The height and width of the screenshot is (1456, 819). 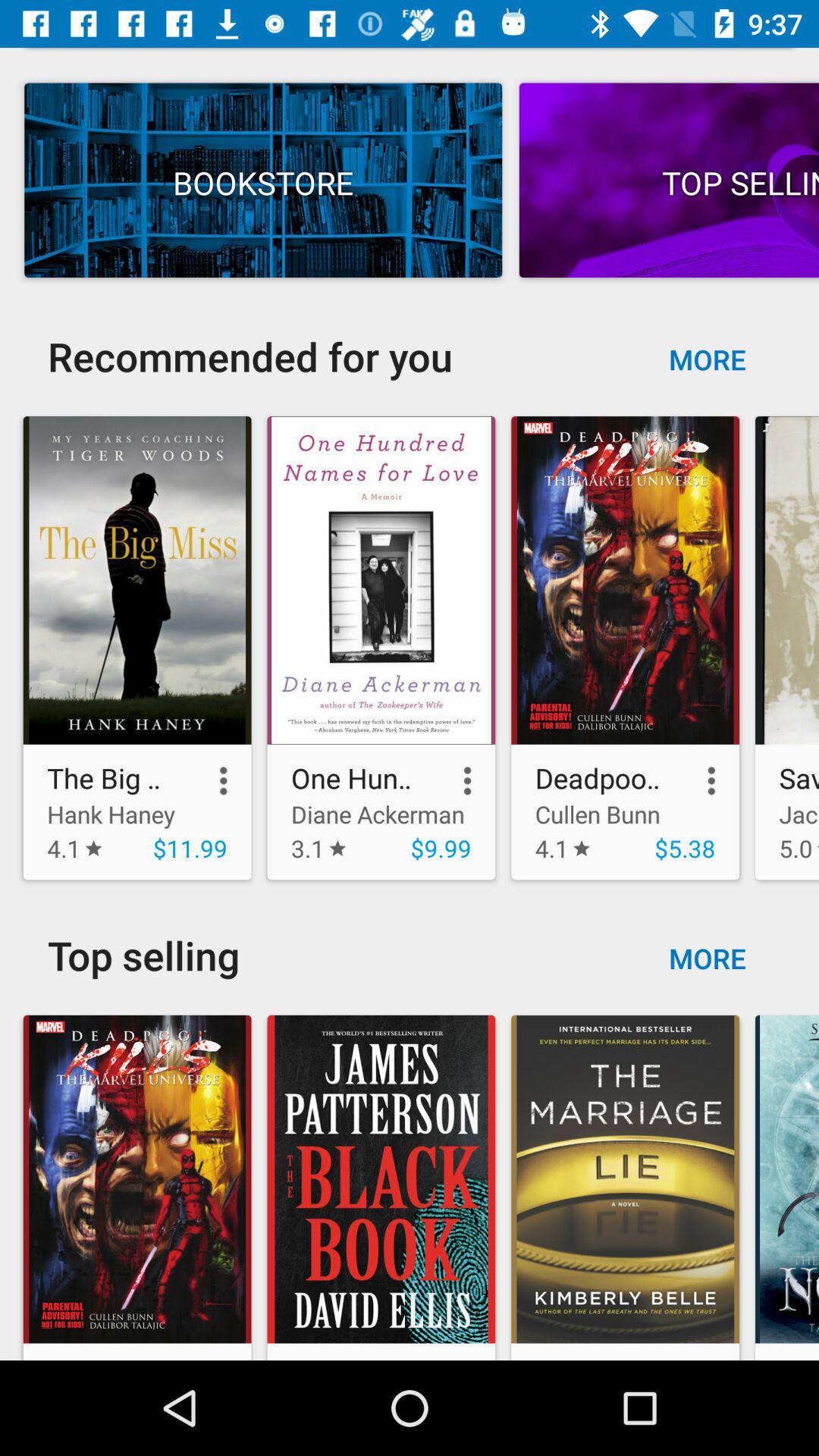 What do you see at coordinates (380, 1182) in the screenshot?
I see `the second image which is below the top selling` at bounding box center [380, 1182].